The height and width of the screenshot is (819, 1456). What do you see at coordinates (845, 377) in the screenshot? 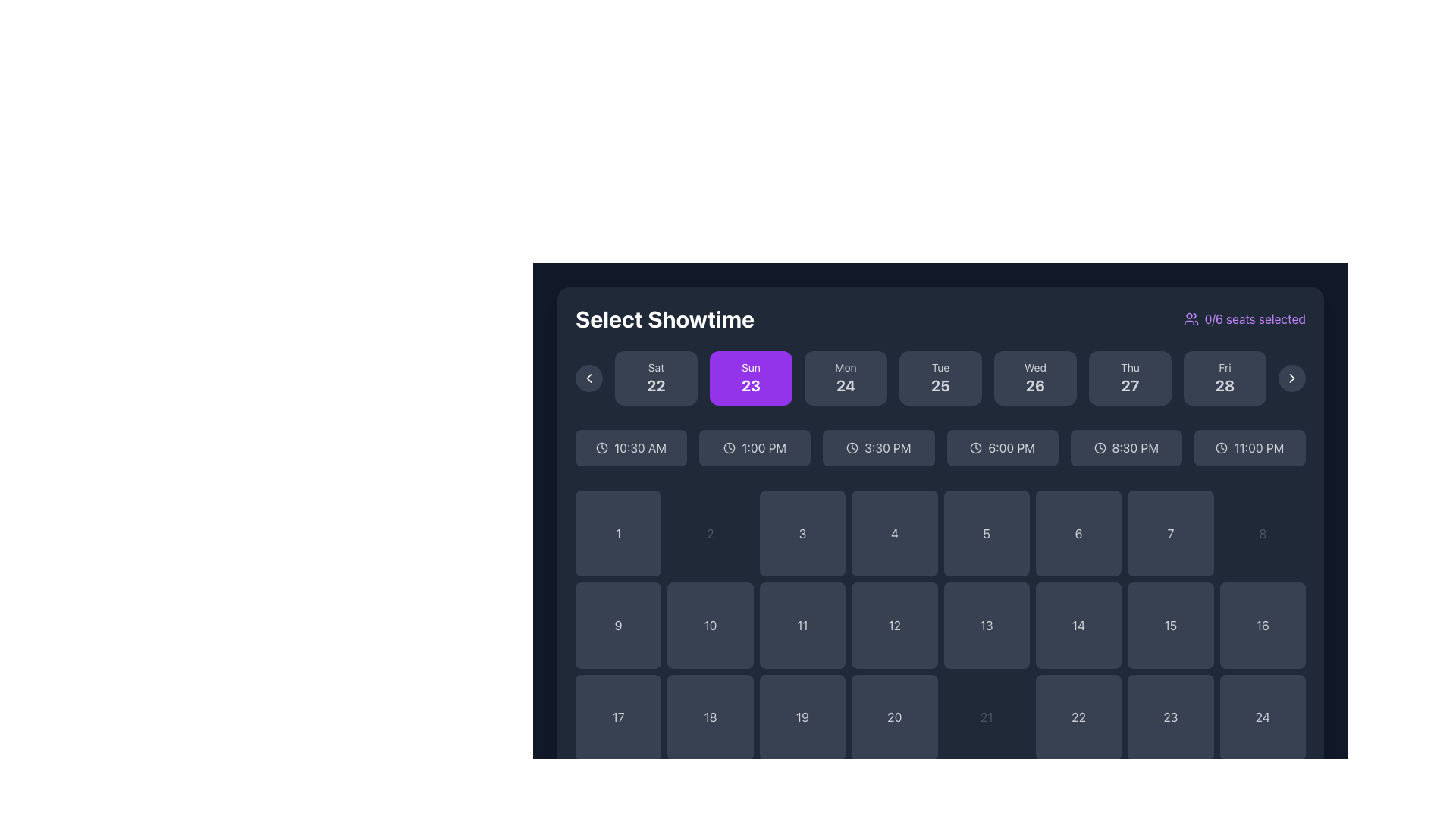
I see `the button displaying 'Mon' and '24' with a dark gray background to observe any hover effects` at bounding box center [845, 377].